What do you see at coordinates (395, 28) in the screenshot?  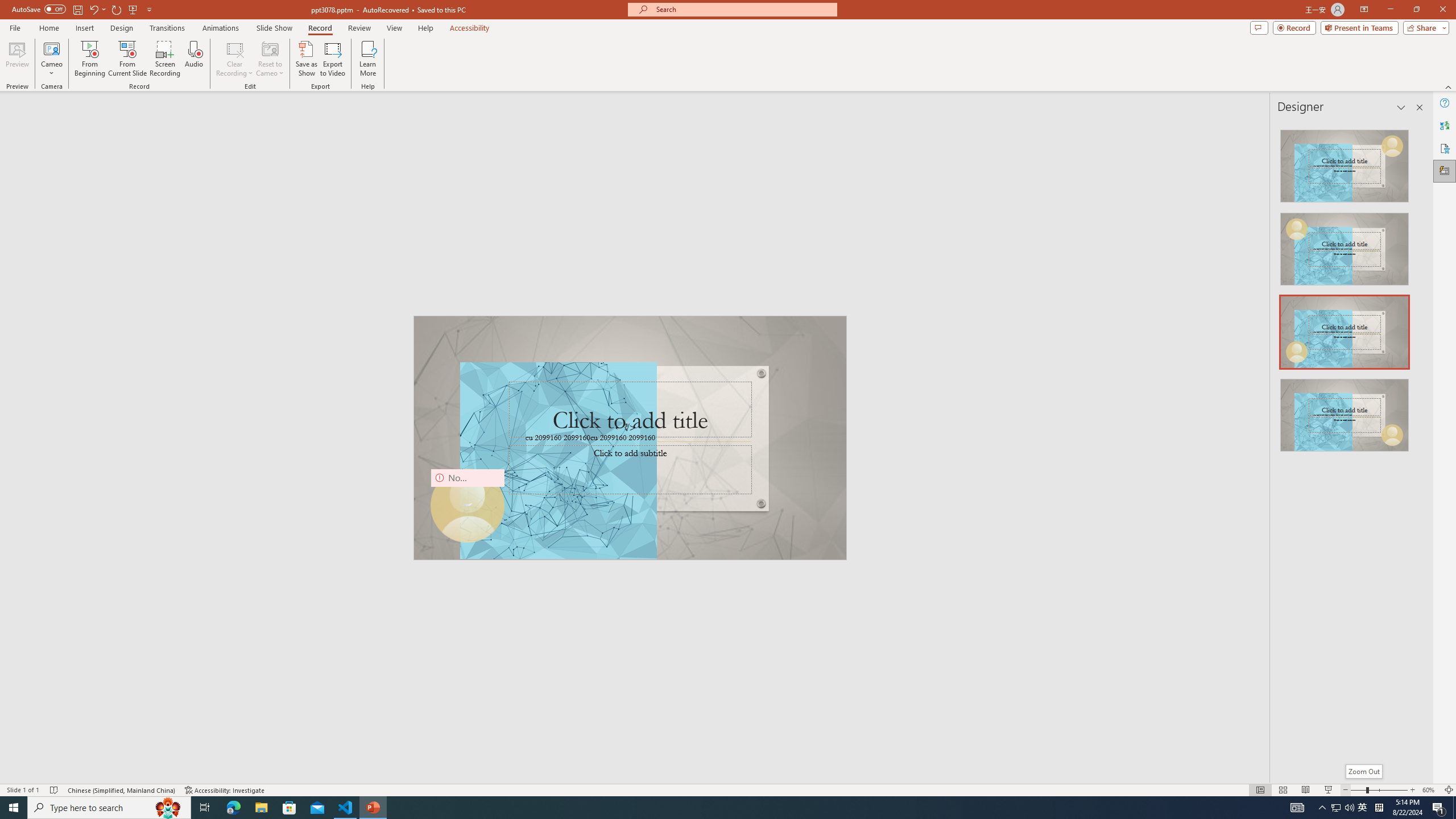 I see `'View'` at bounding box center [395, 28].